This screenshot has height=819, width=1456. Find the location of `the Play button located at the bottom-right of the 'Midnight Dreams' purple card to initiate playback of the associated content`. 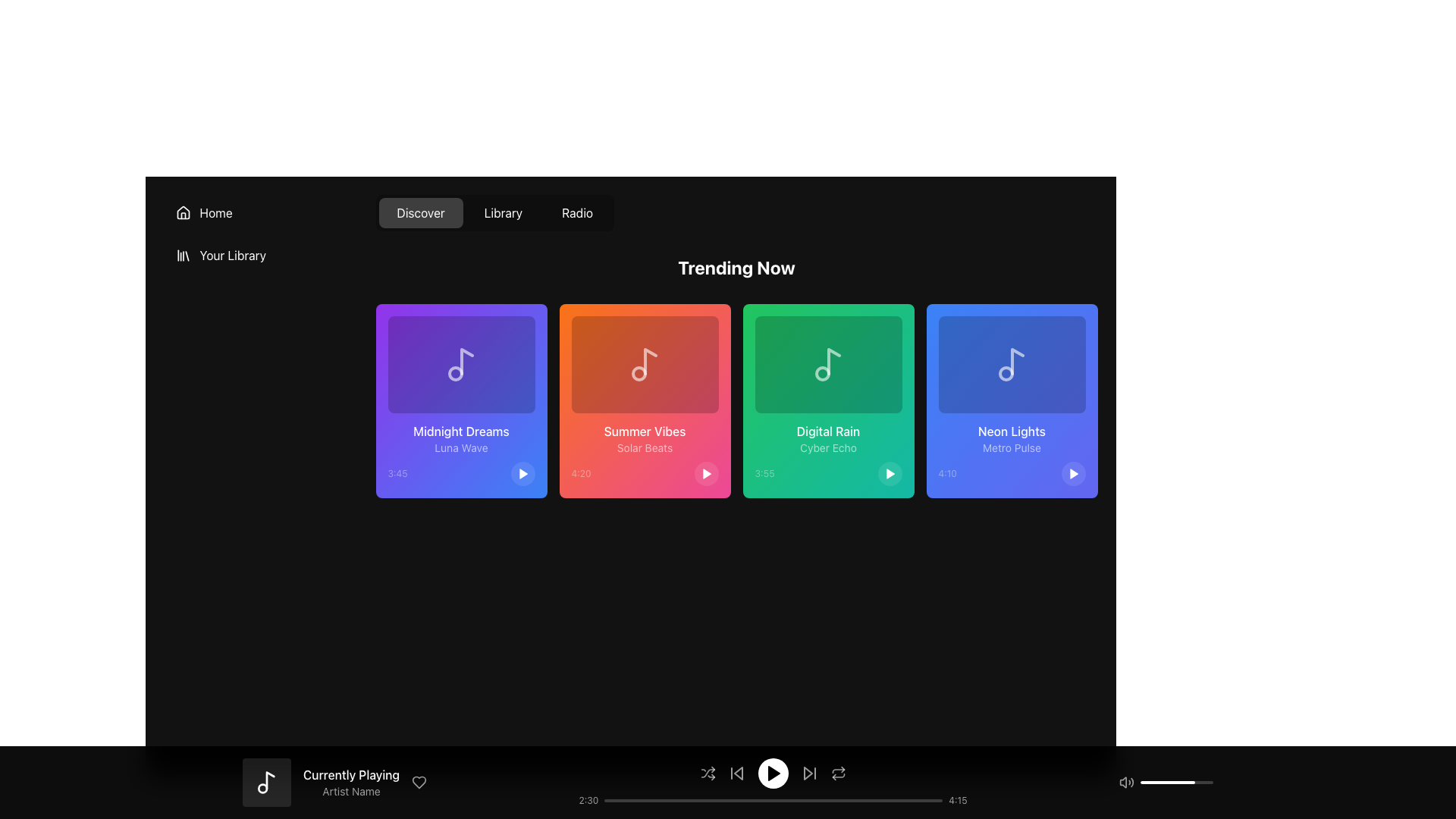

the Play button located at the bottom-right of the 'Midnight Dreams' purple card to initiate playback of the associated content is located at coordinates (522, 472).